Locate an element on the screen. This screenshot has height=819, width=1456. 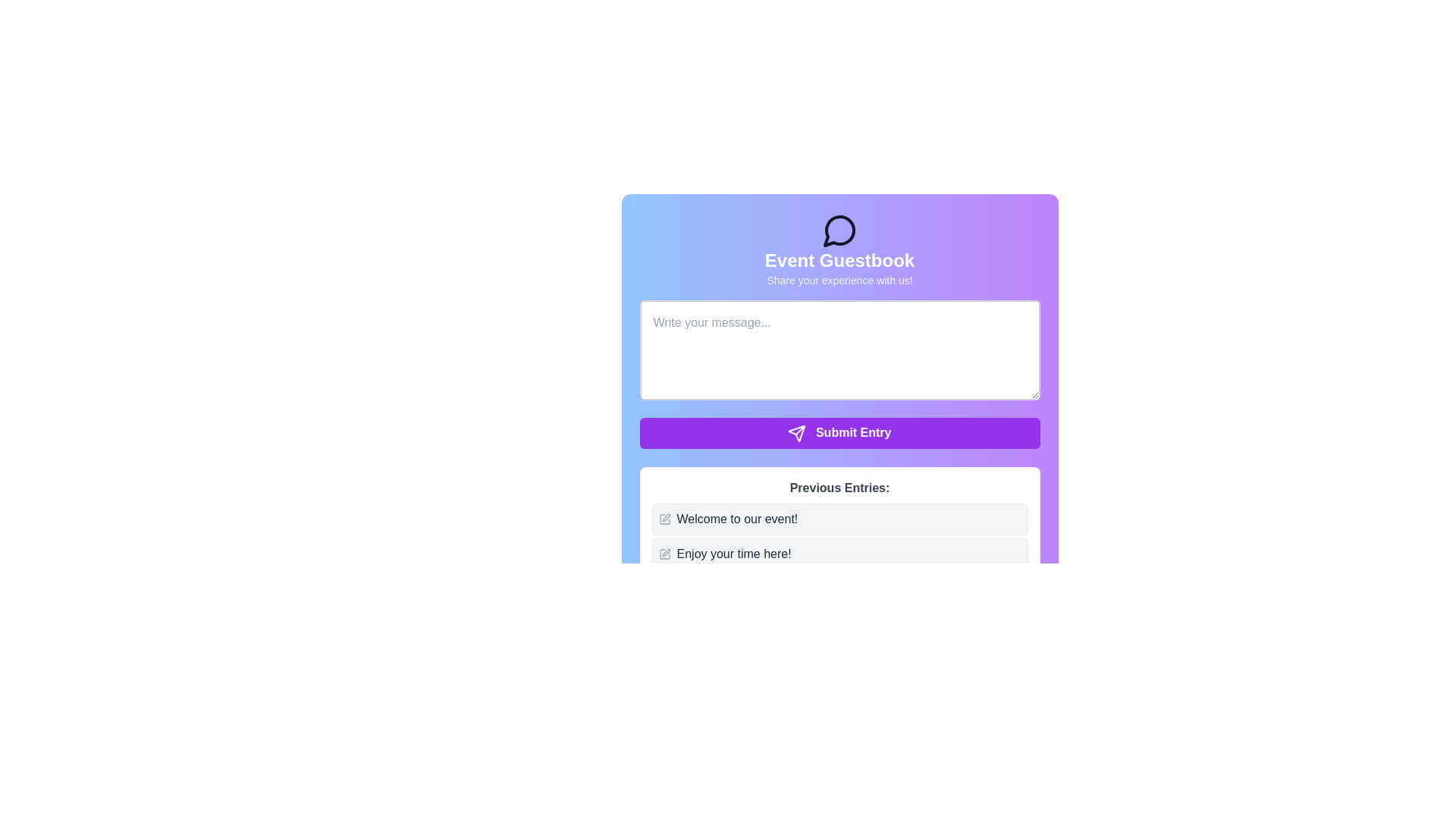
the upward-pointing triangular glyph styled as an arrow, which is located on the left side of the 'Submit Entry' button is located at coordinates (796, 433).